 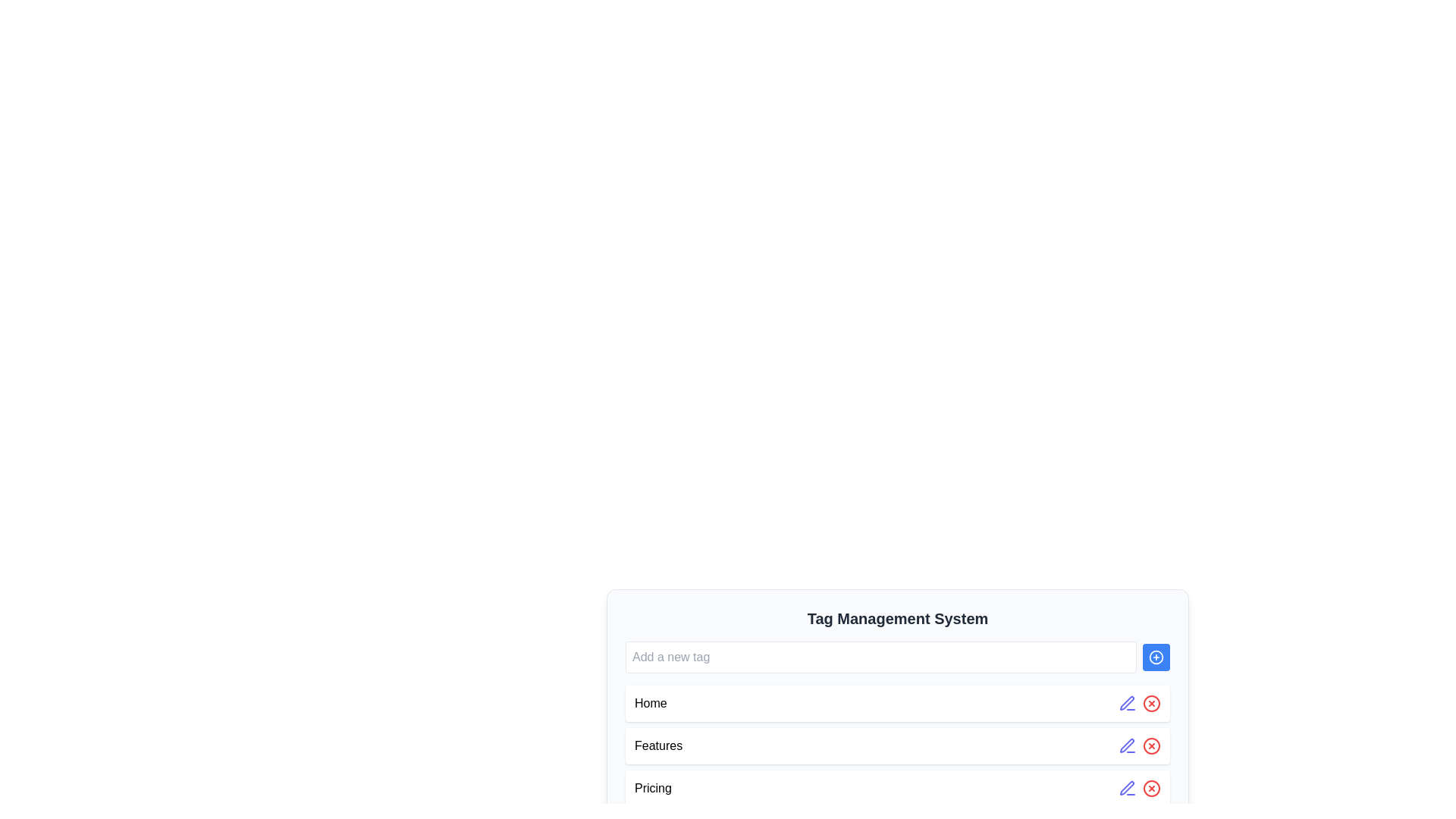 I want to click on the IconButton that allows users to edit the 'Features' entry, so click(x=1128, y=788).